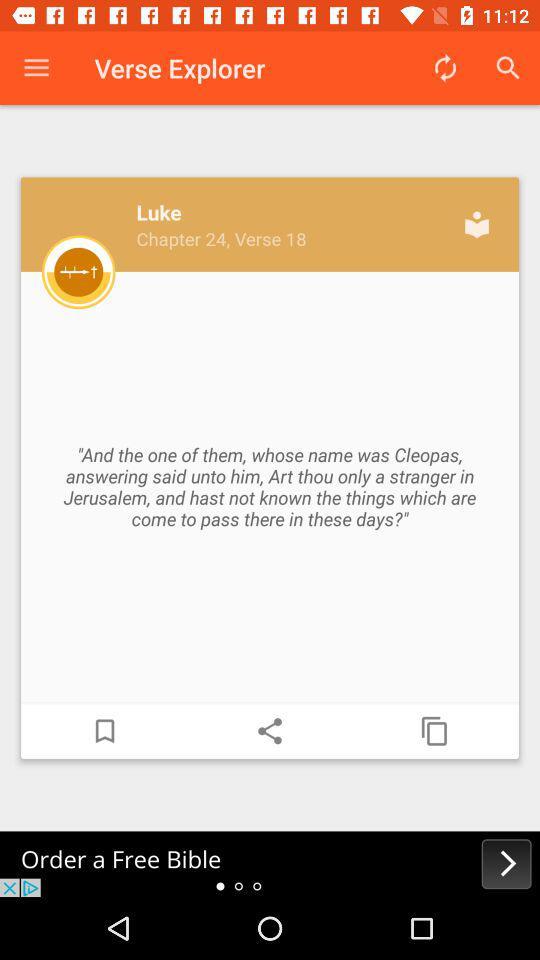  What do you see at coordinates (270, 730) in the screenshot?
I see `share bible verse` at bounding box center [270, 730].